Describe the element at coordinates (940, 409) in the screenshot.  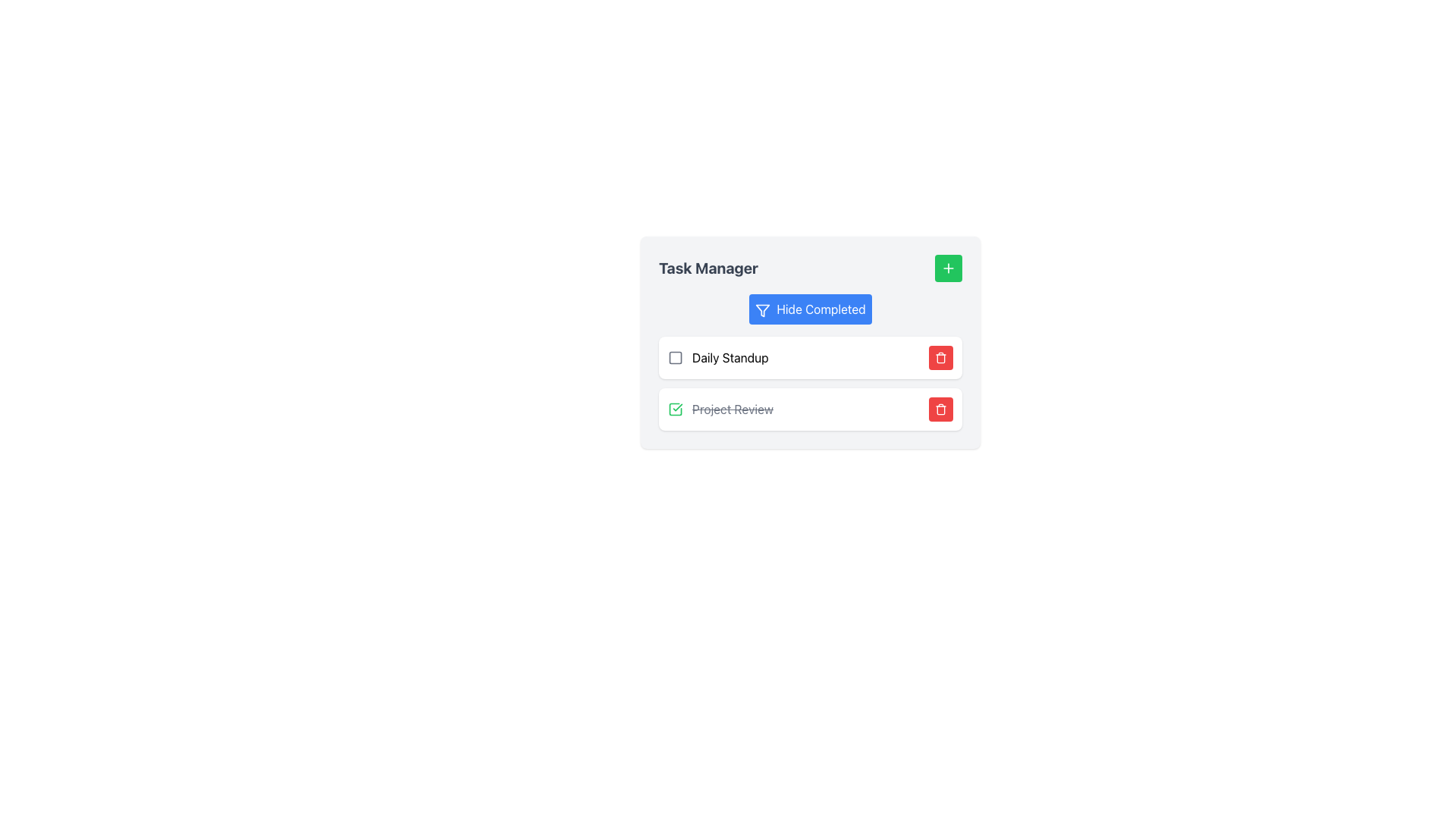
I see `the delete button associated with the task labeled 'Project Review' to change its background color` at that location.